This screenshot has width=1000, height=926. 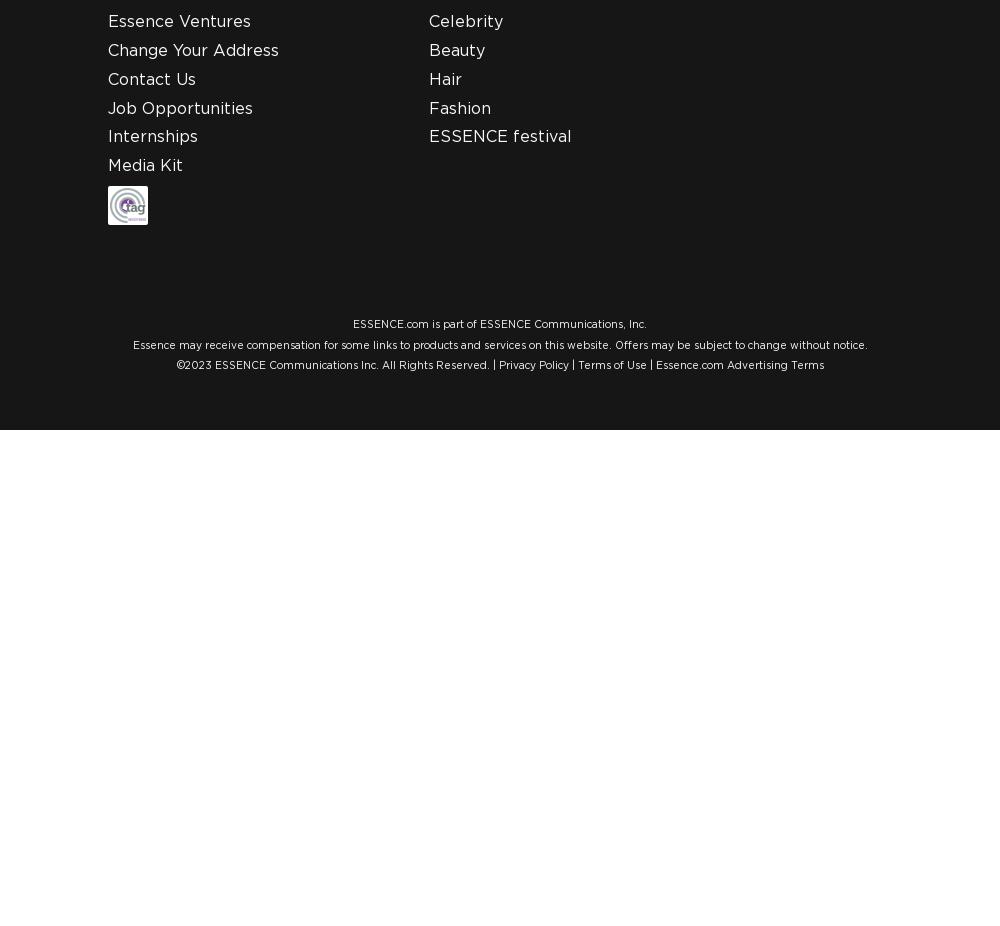 I want to click on 'Hair', so click(x=444, y=77).